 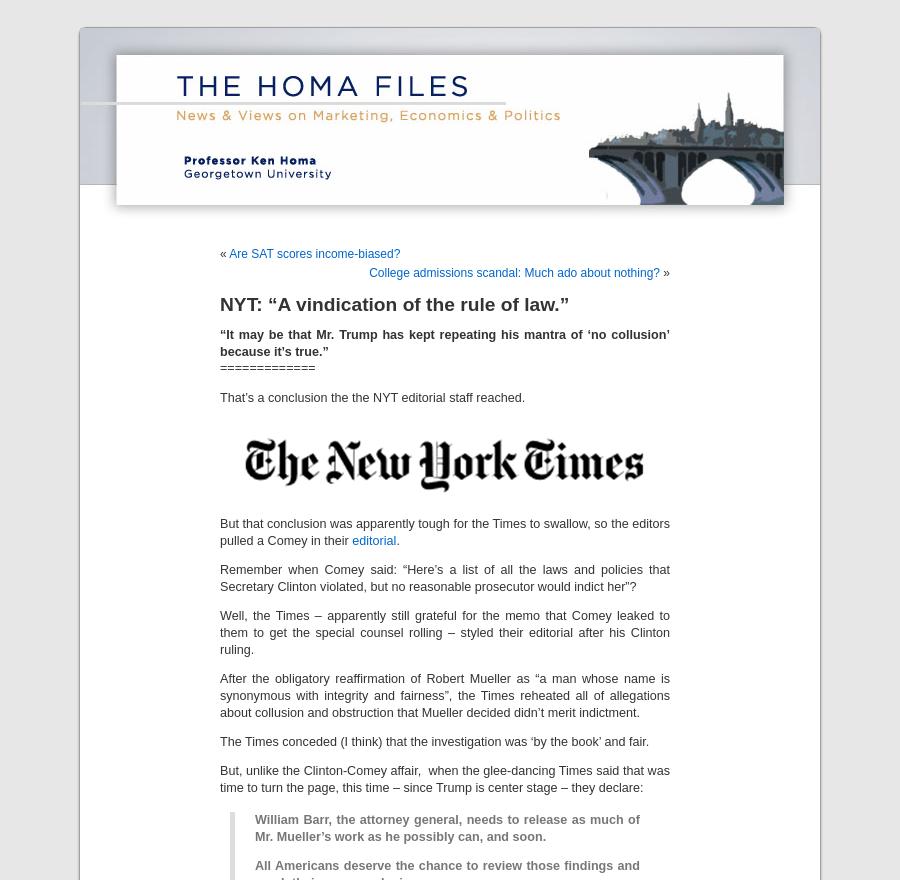 What do you see at coordinates (374, 538) in the screenshot?
I see `'editorial'` at bounding box center [374, 538].